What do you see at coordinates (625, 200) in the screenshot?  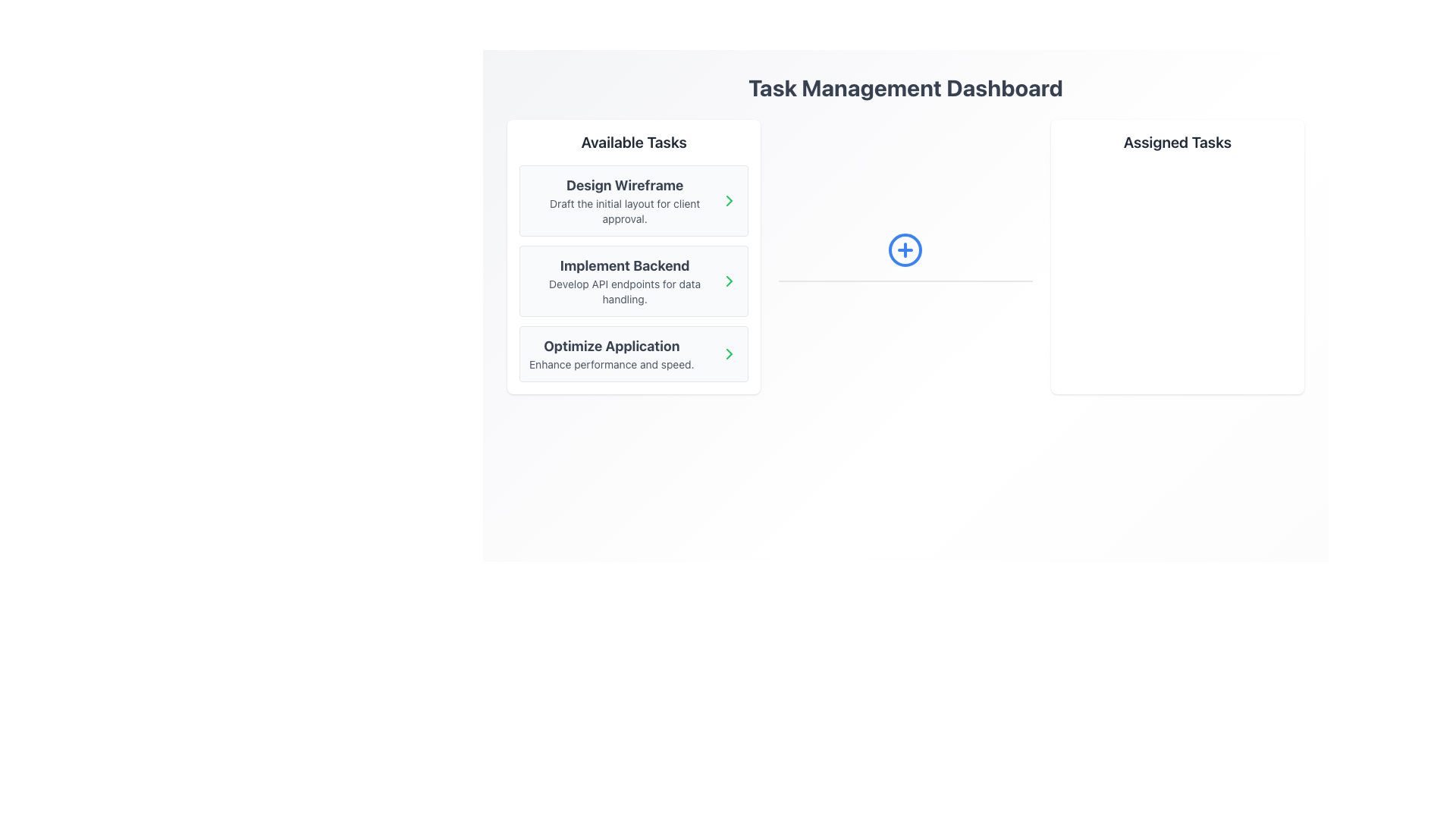 I see `contents of the text block titled 'Design Wireframe' which includes the subtitle 'Draft the initial layout for client approval.'` at bounding box center [625, 200].